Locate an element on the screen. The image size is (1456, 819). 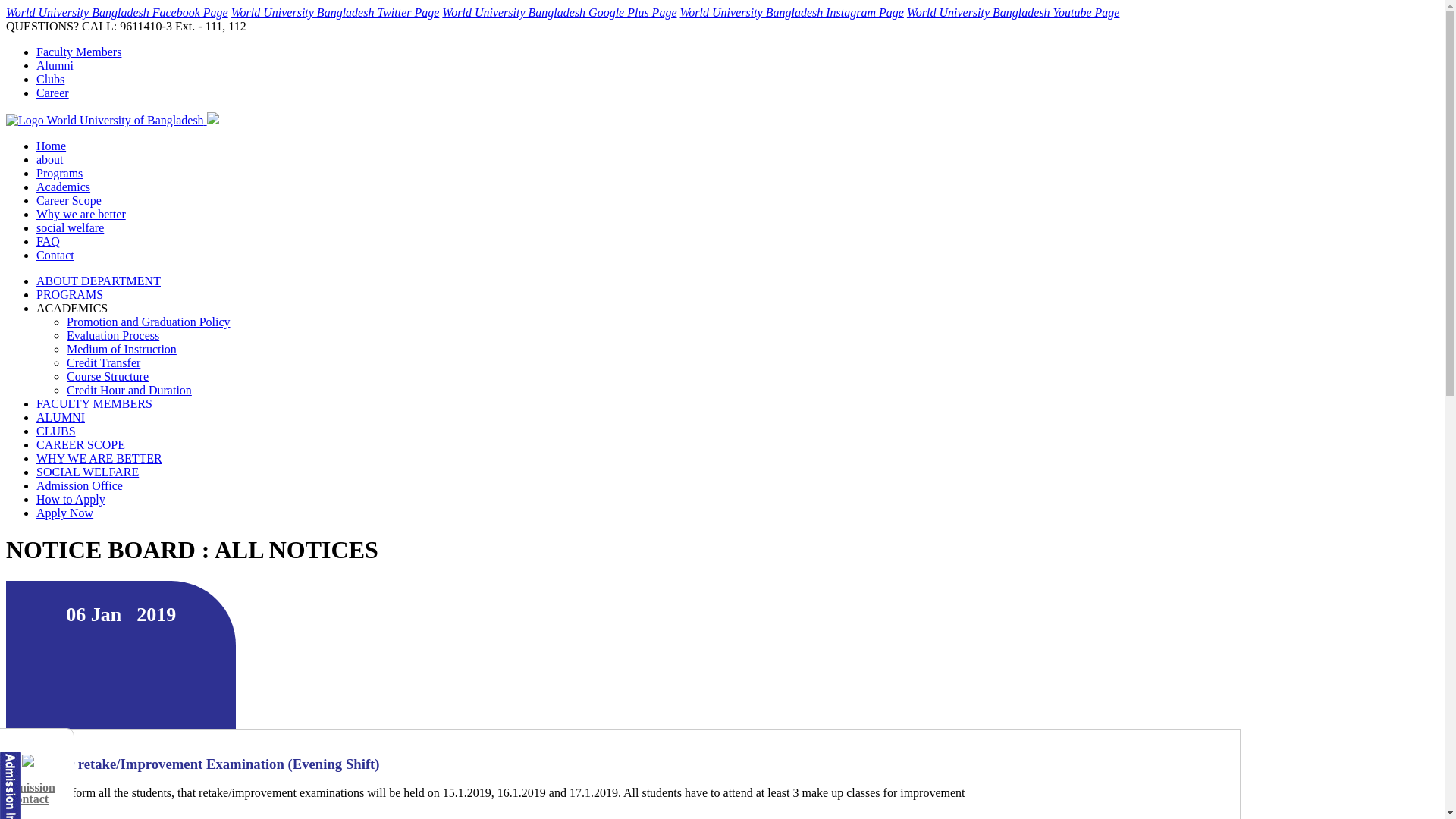
'Apply Now' is located at coordinates (64, 512).